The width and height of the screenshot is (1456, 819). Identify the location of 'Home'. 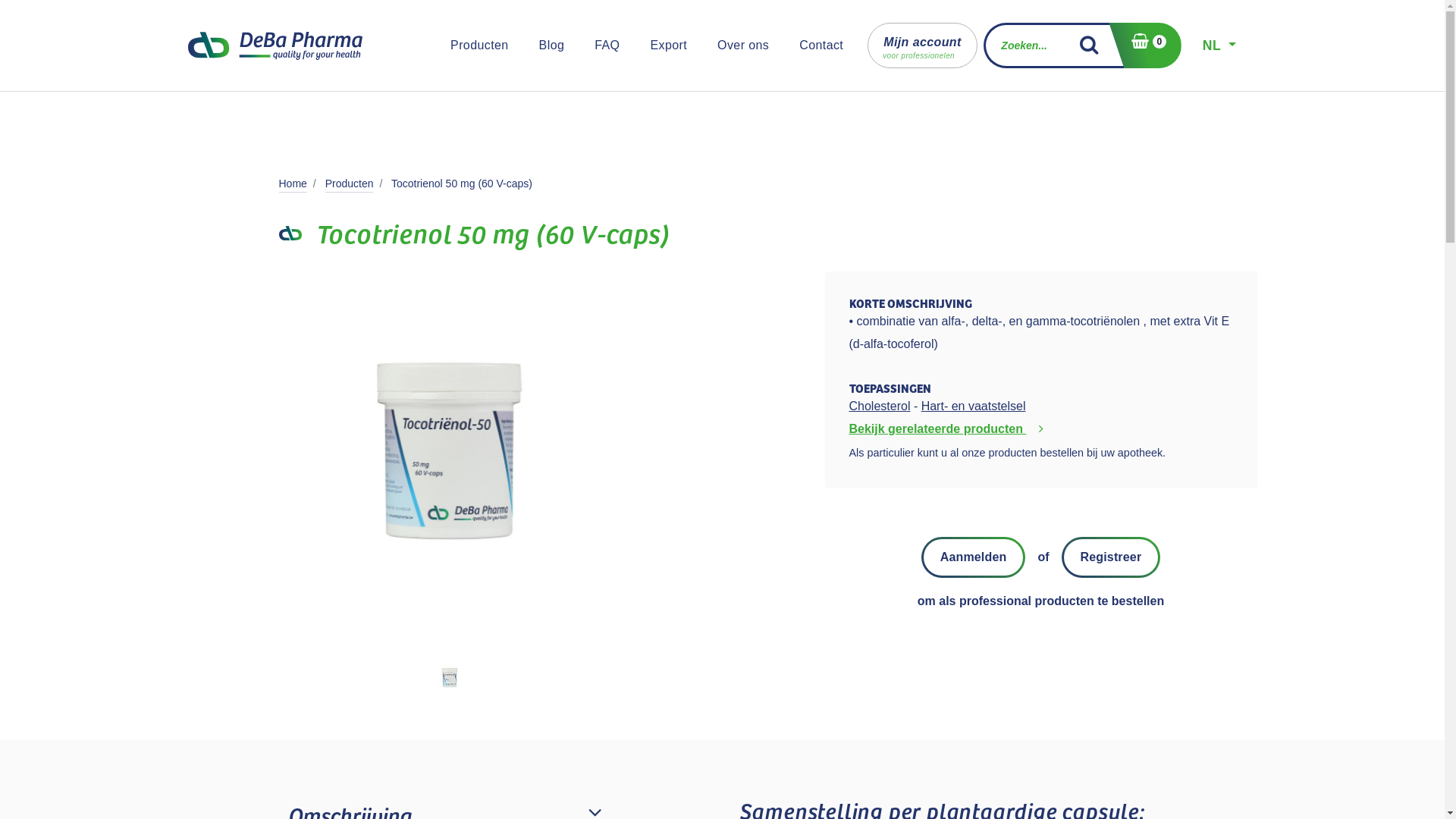
(293, 183).